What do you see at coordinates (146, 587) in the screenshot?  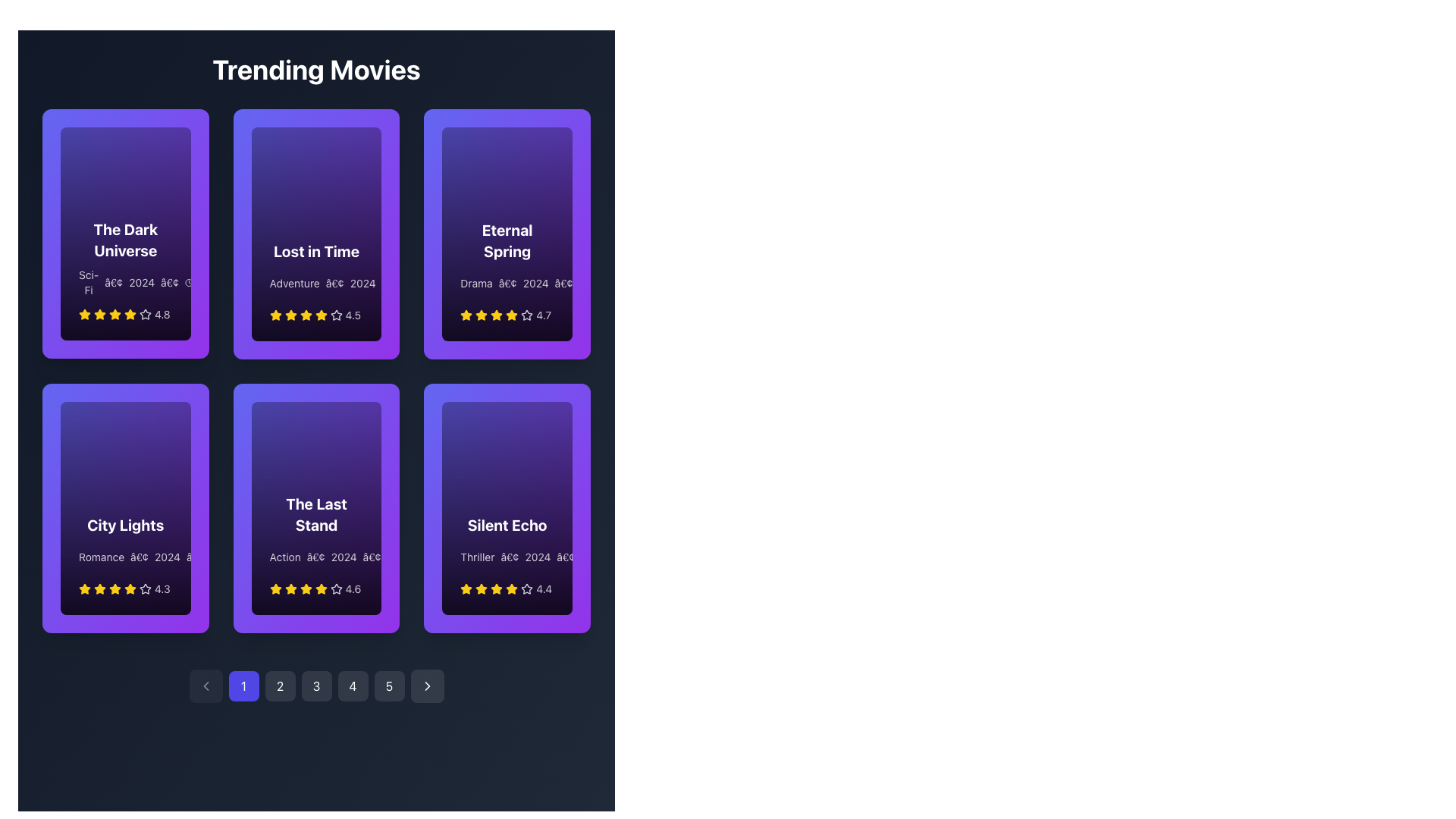 I see `the seventh star icon in the 5-star rating system beneath the text 'City Lights', which visually represents an unselected rating` at bounding box center [146, 587].